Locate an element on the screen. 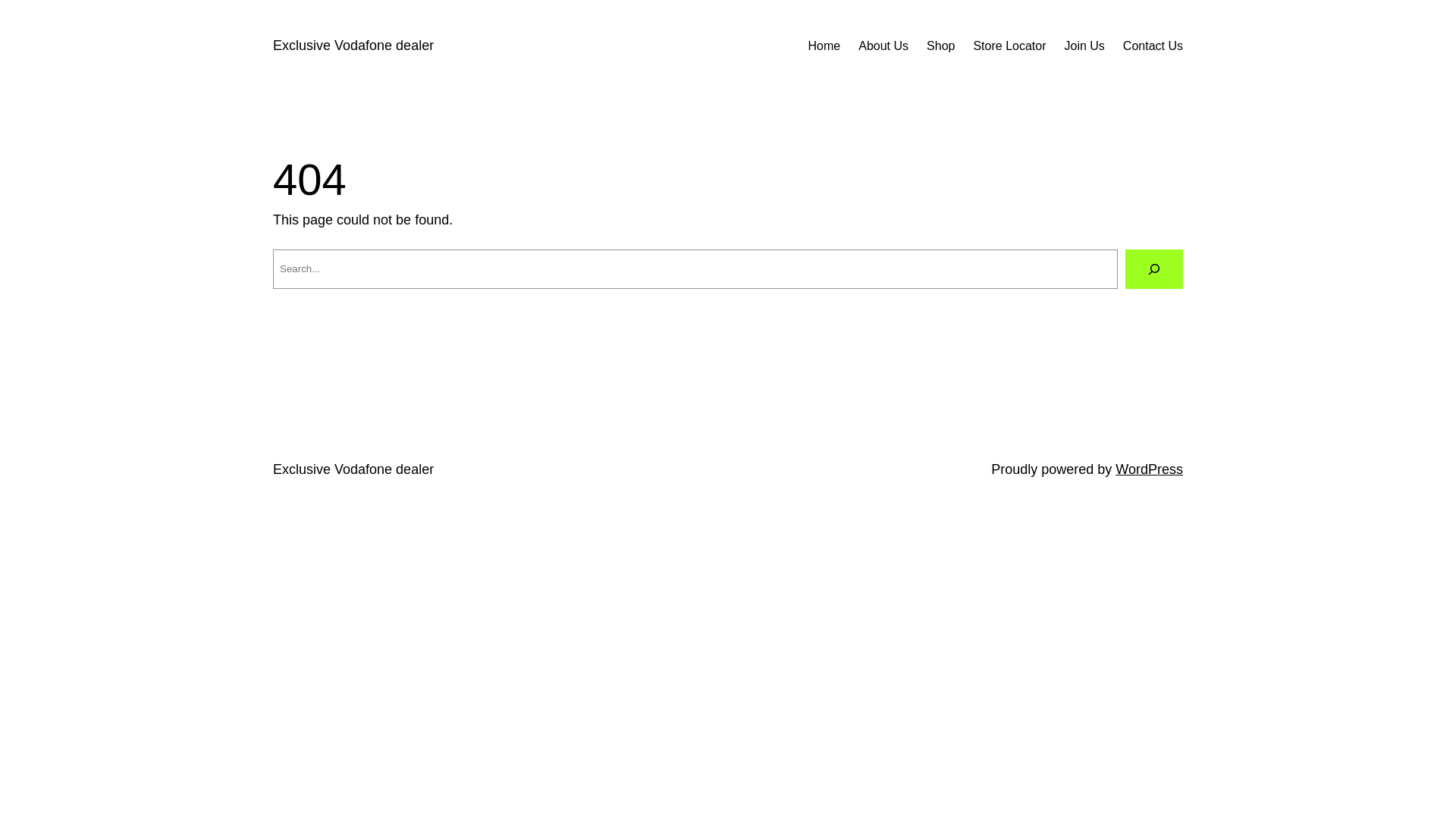  'Store Locator' is located at coordinates (972, 45).